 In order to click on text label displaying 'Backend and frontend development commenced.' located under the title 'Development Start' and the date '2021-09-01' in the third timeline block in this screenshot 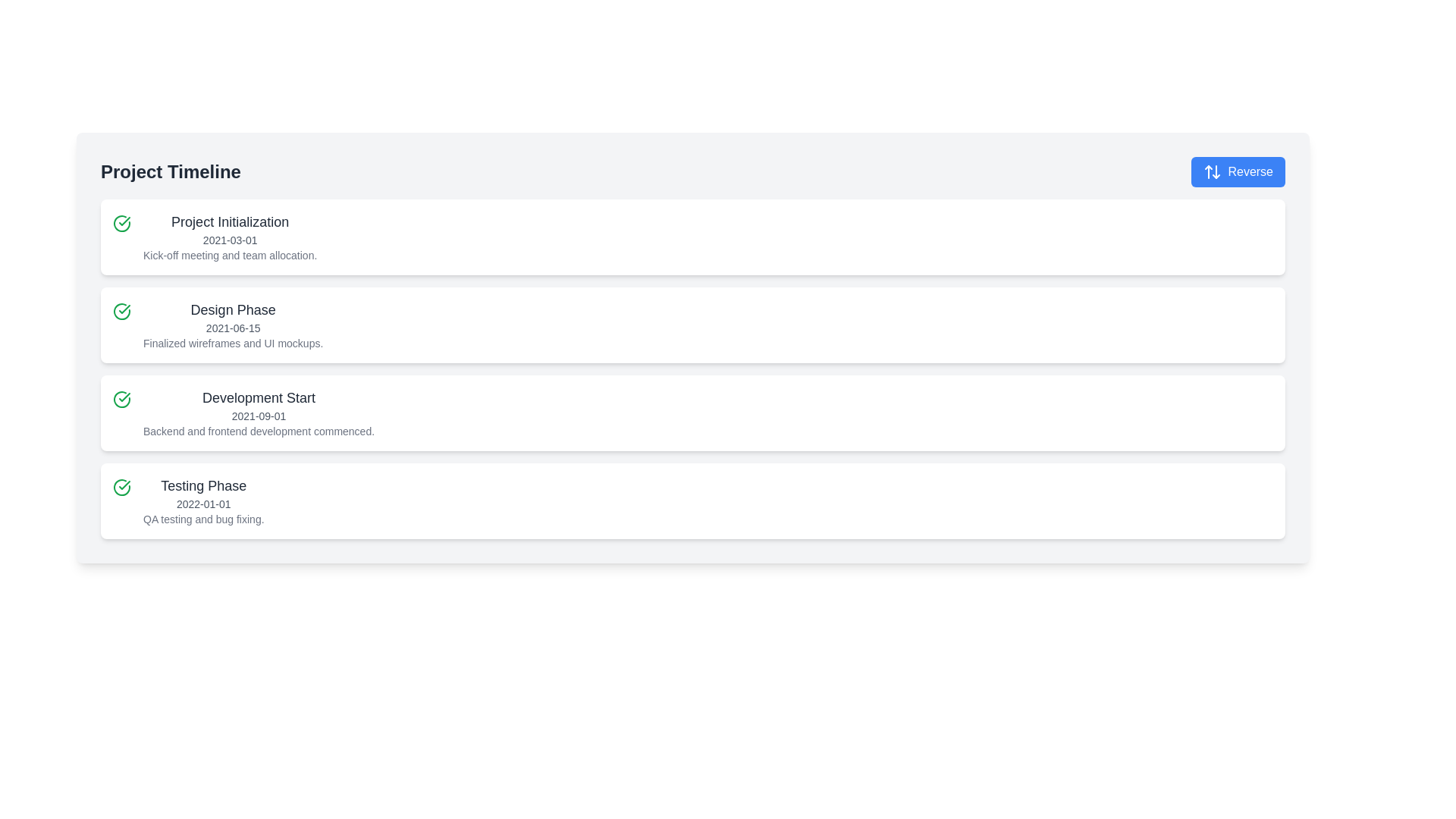, I will do `click(259, 431)`.